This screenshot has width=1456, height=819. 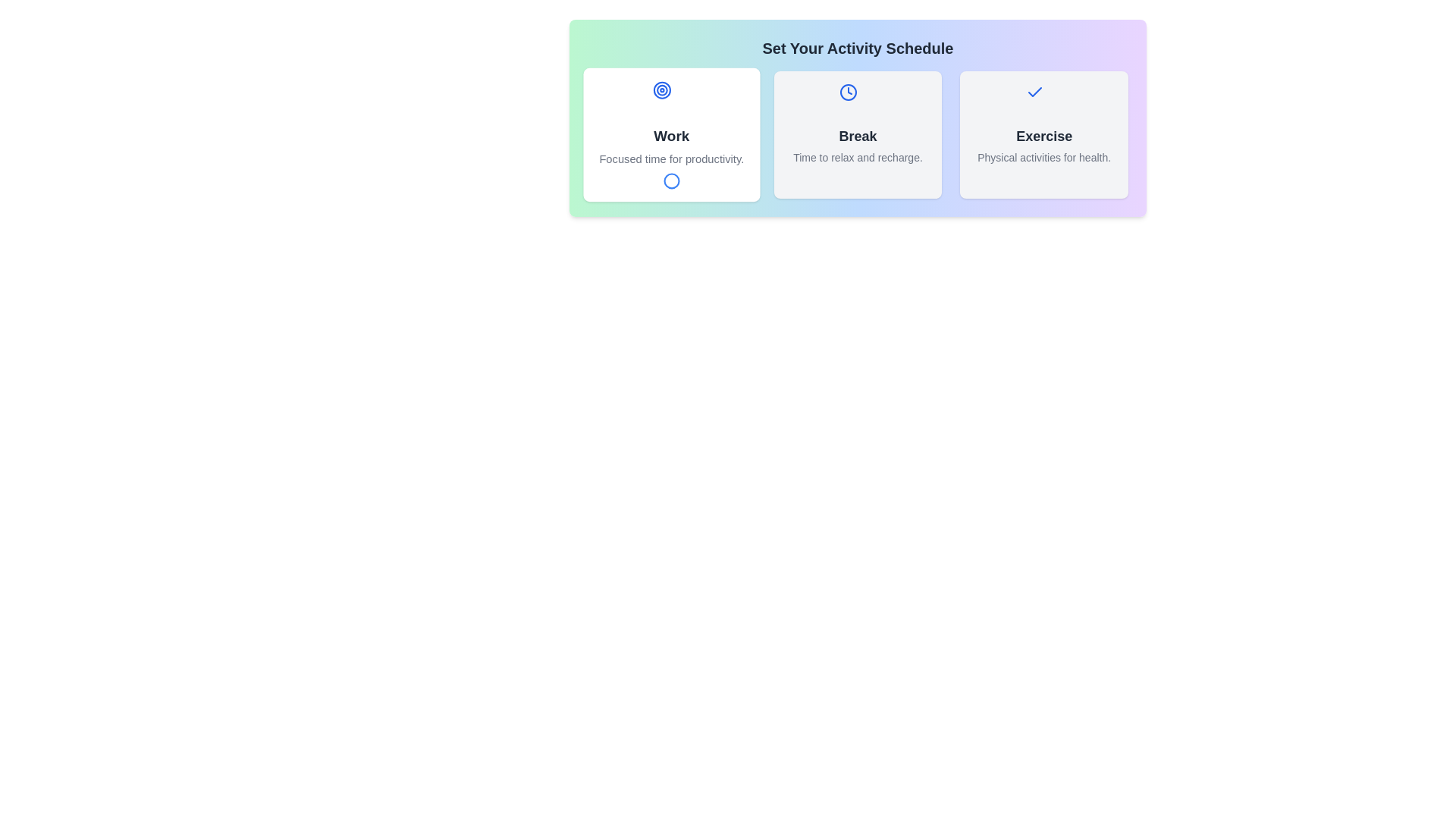 I want to click on the middle circle of the concentric circle target icon located in the leftmost card under the 'Set Your Activity Schedule' title, so click(x=662, y=90).